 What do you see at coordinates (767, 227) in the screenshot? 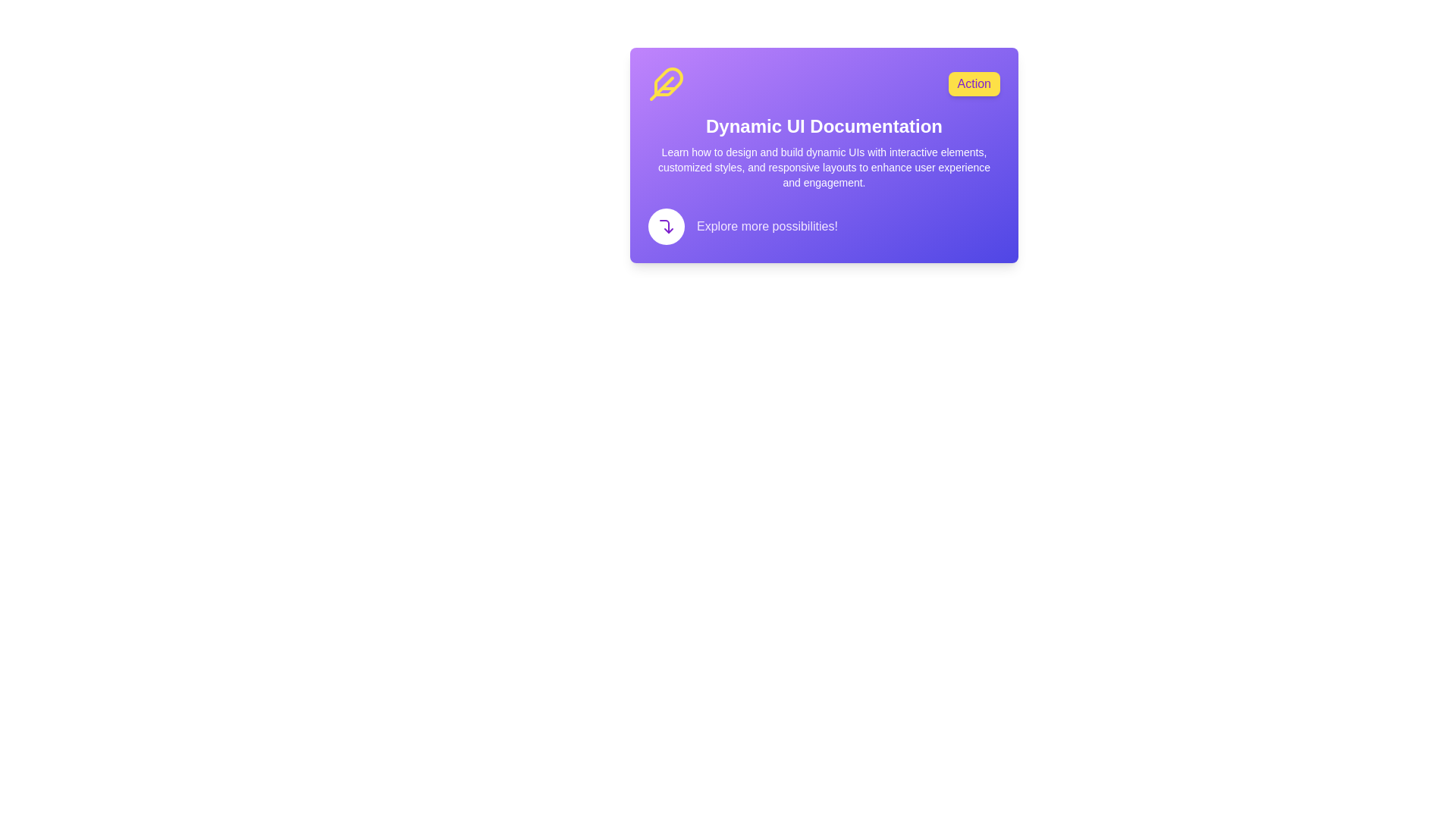
I see `the informational label located in the bottom-left portion of the purple card, positioned to the right of the curved arrow icon` at bounding box center [767, 227].